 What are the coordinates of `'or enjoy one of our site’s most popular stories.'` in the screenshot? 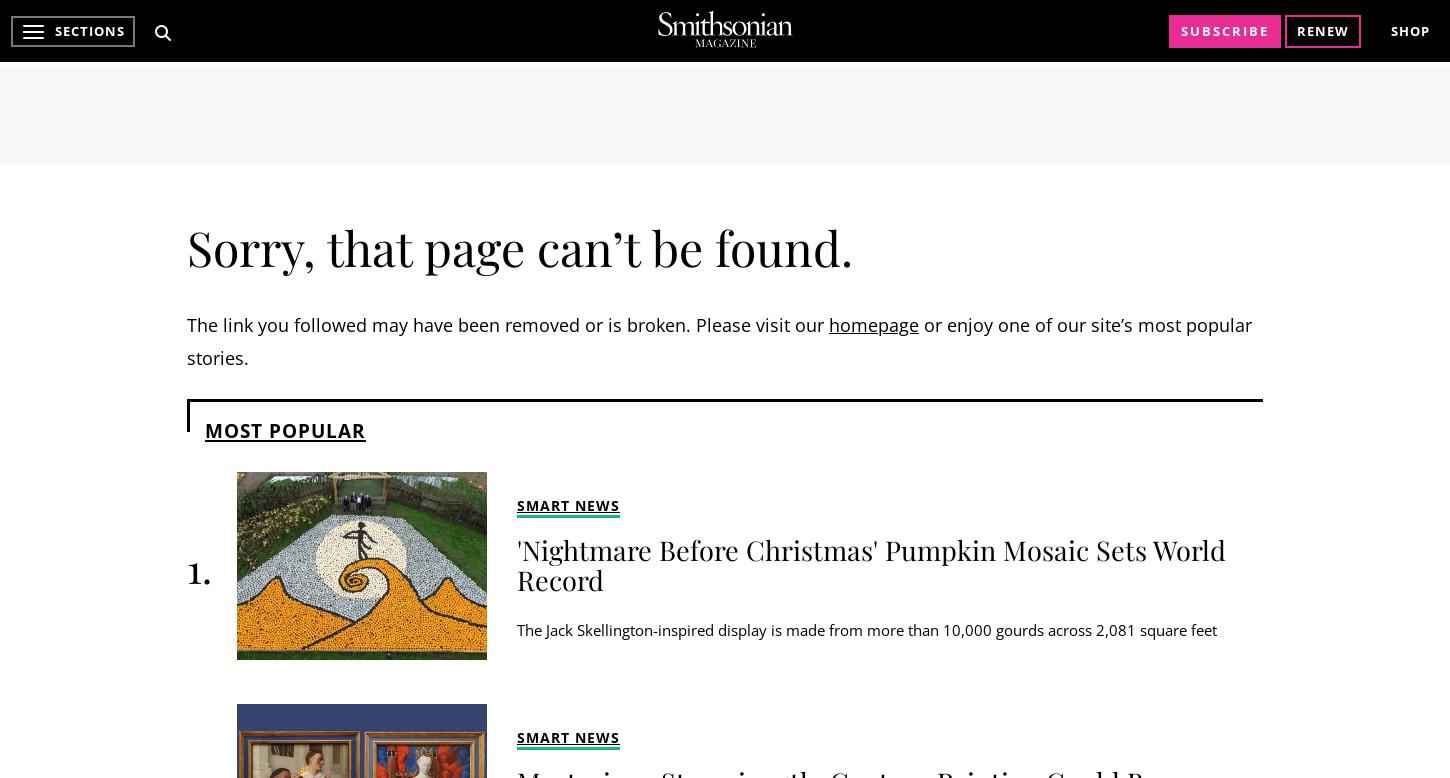 It's located at (718, 339).